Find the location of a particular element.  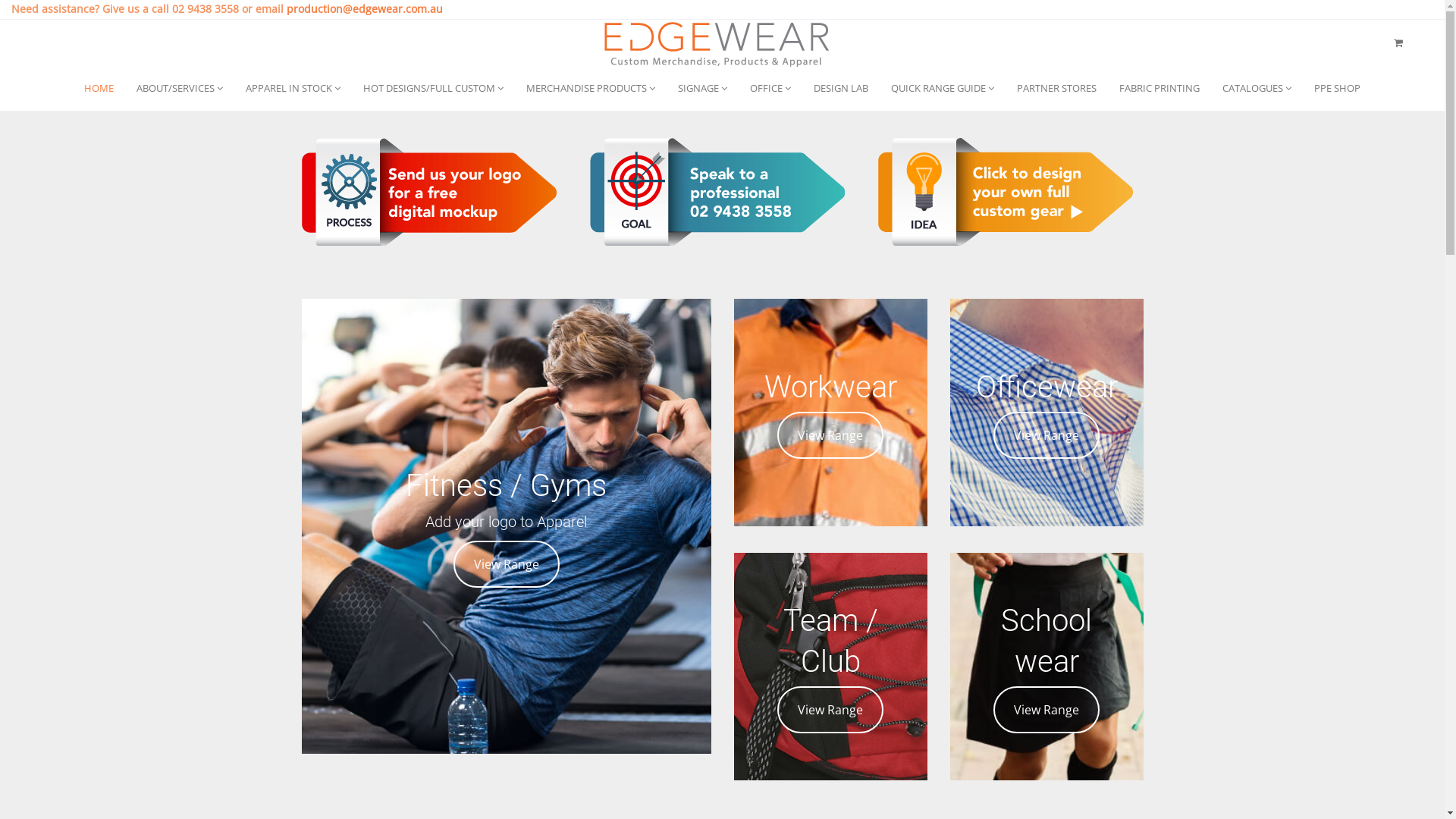

'OFFICE' is located at coordinates (770, 87).